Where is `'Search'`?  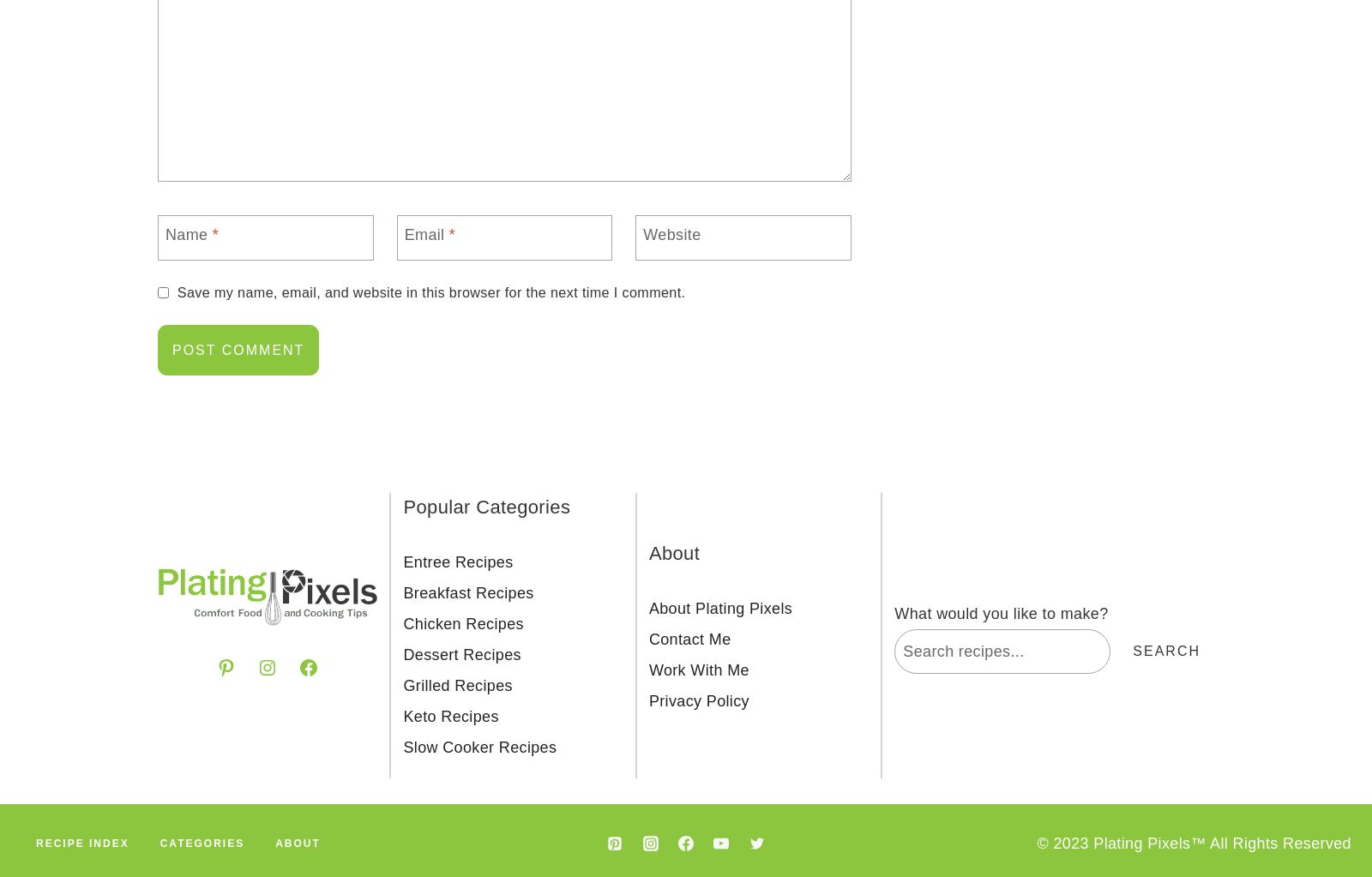 'Search' is located at coordinates (1165, 650).